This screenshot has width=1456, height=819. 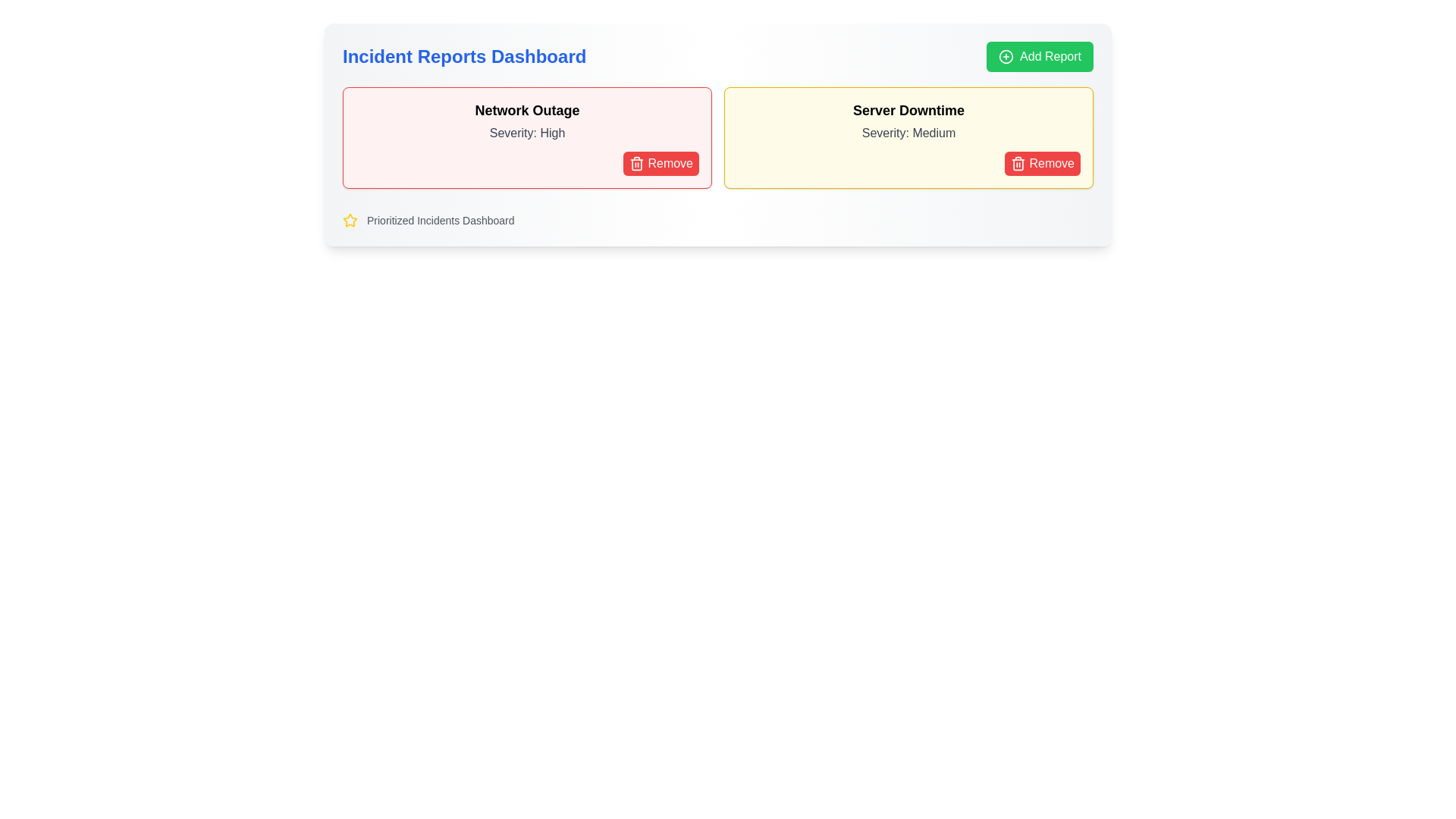 I want to click on text label 'Prioritized Incidents Dashboard' located beneath the main dashboard content, to the right of a yellow star icon, so click(x=440, y=220).